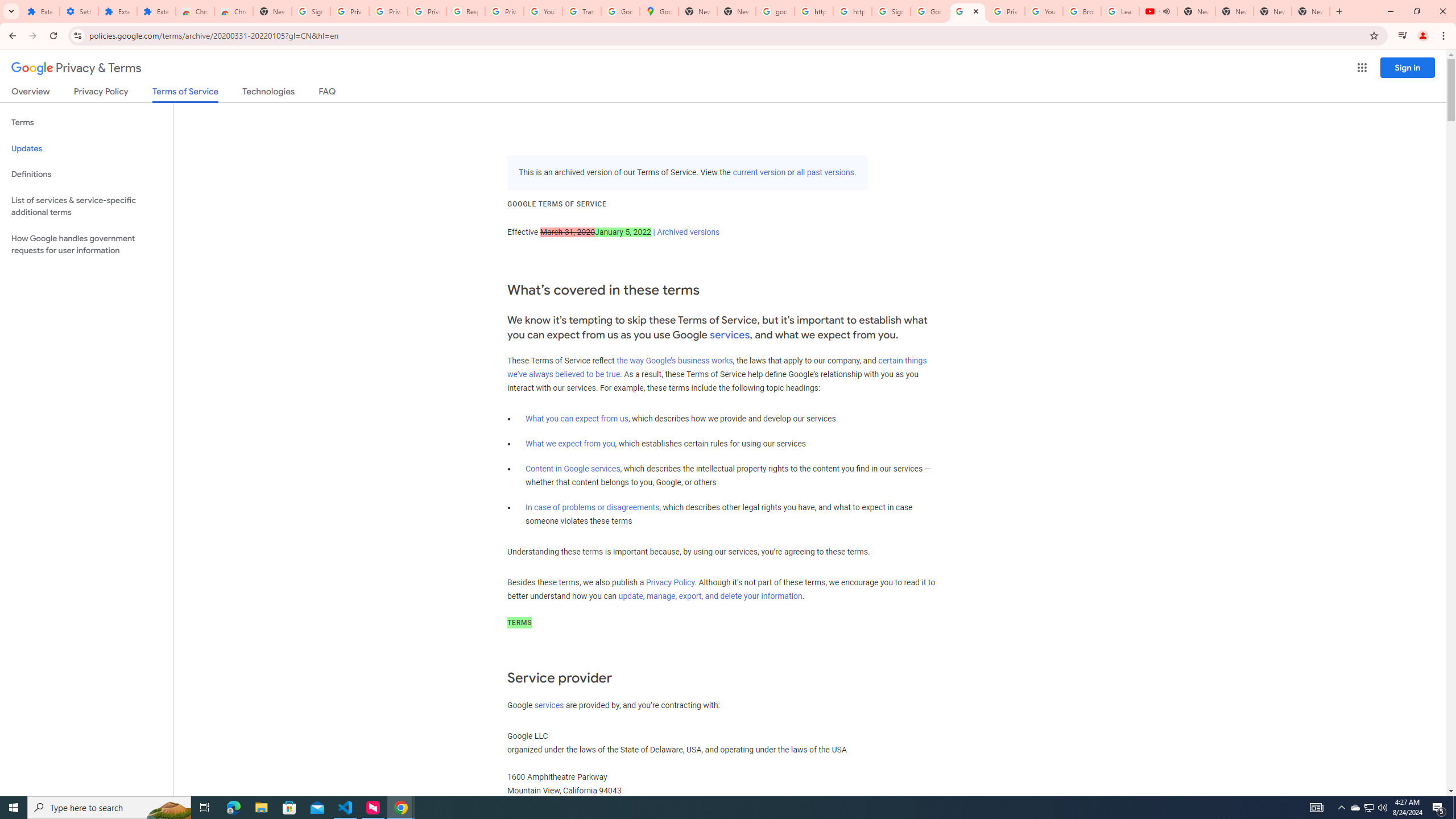 The height and width of the screenshot is (819, 1456). What do you see at coordinates (572, 468) in the screenshot?
I see `'Content in Google services'` at bounding box center [572, 468].